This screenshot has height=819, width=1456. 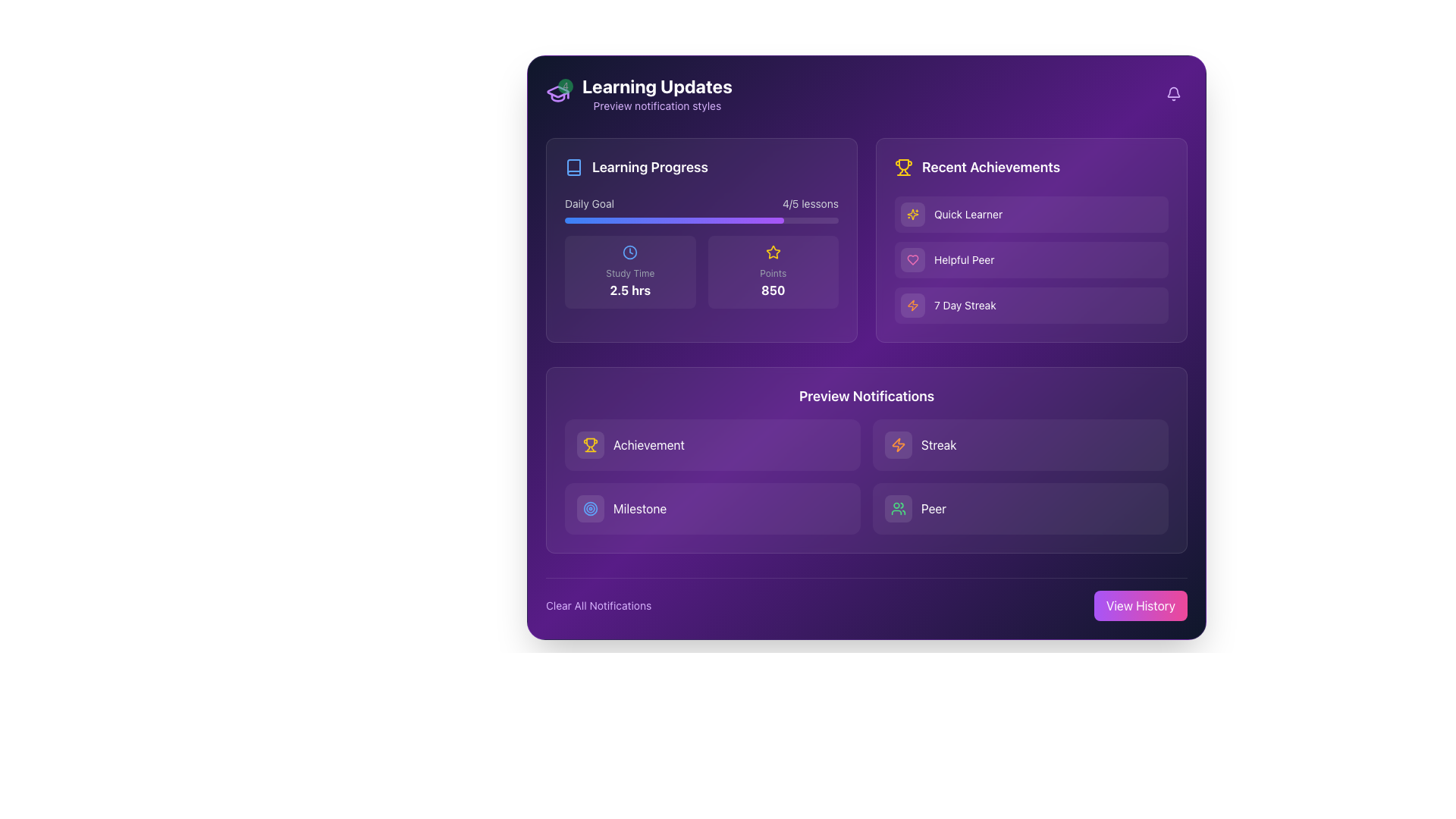 What do you see at coordinates (657, 86) in the screenshot?
I see `the bold, white text element reading 'Learning Updates', which is prominently displayed at the top-left area of the interface with a dark purple background` at bounding box center [657, 86].